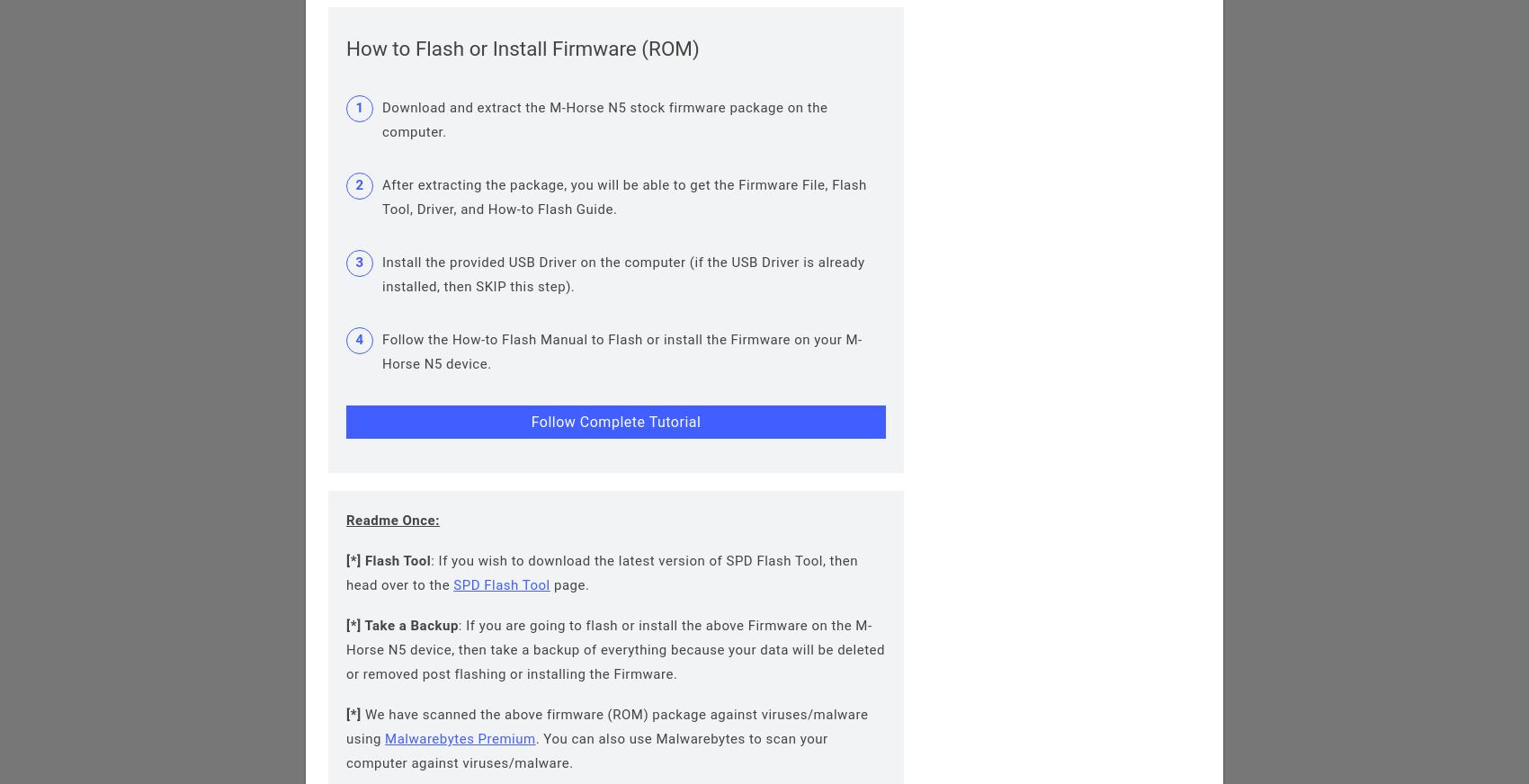 The width and height of the screenshot is (1529, 784). What do you see at coordinates (621, 352) in the screenshot?
I see `'Follow the How-to Flash Manual to Flash or install the Firmware on your M-Horse N5 device.'` at bounding box center [621, 352].